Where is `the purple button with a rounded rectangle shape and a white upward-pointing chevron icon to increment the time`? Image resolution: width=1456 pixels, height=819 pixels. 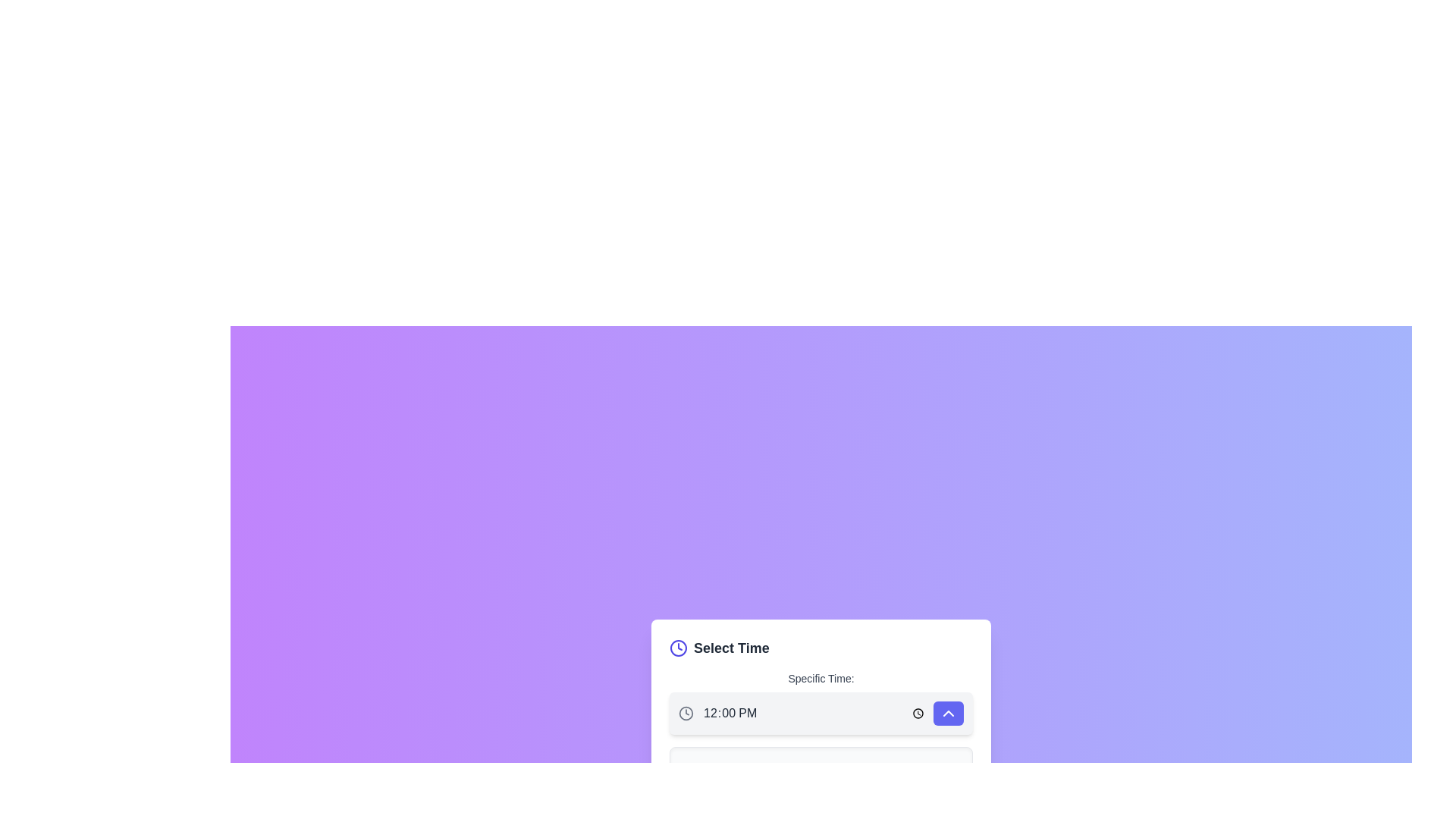 the purple button with a rounded rectangle shape and a white upward-pointing chevron icon to increment the time is located at coordinates (948, 714).